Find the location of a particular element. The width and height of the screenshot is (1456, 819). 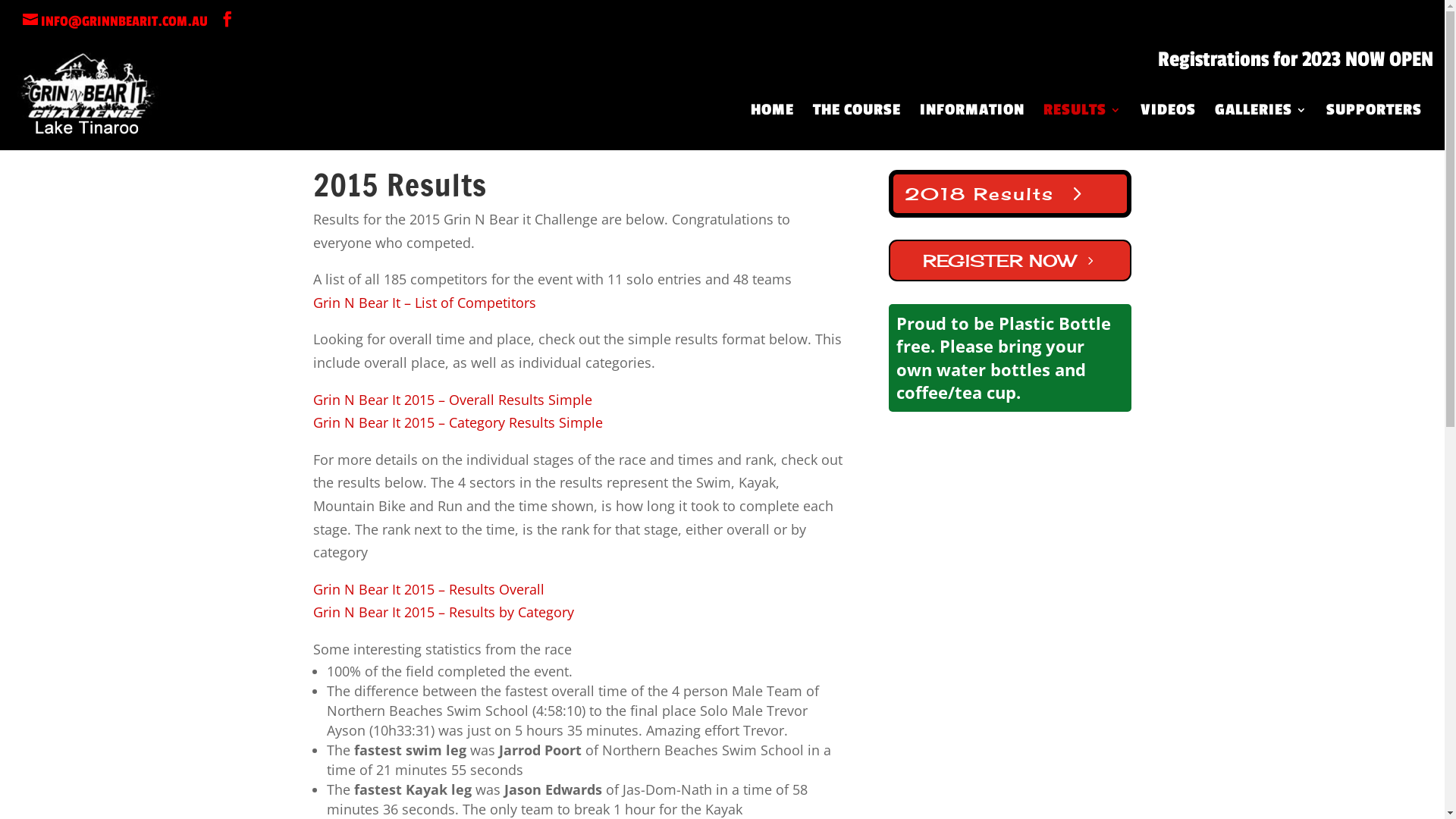

'INFORMATION' is located at coordinates (971, 127).